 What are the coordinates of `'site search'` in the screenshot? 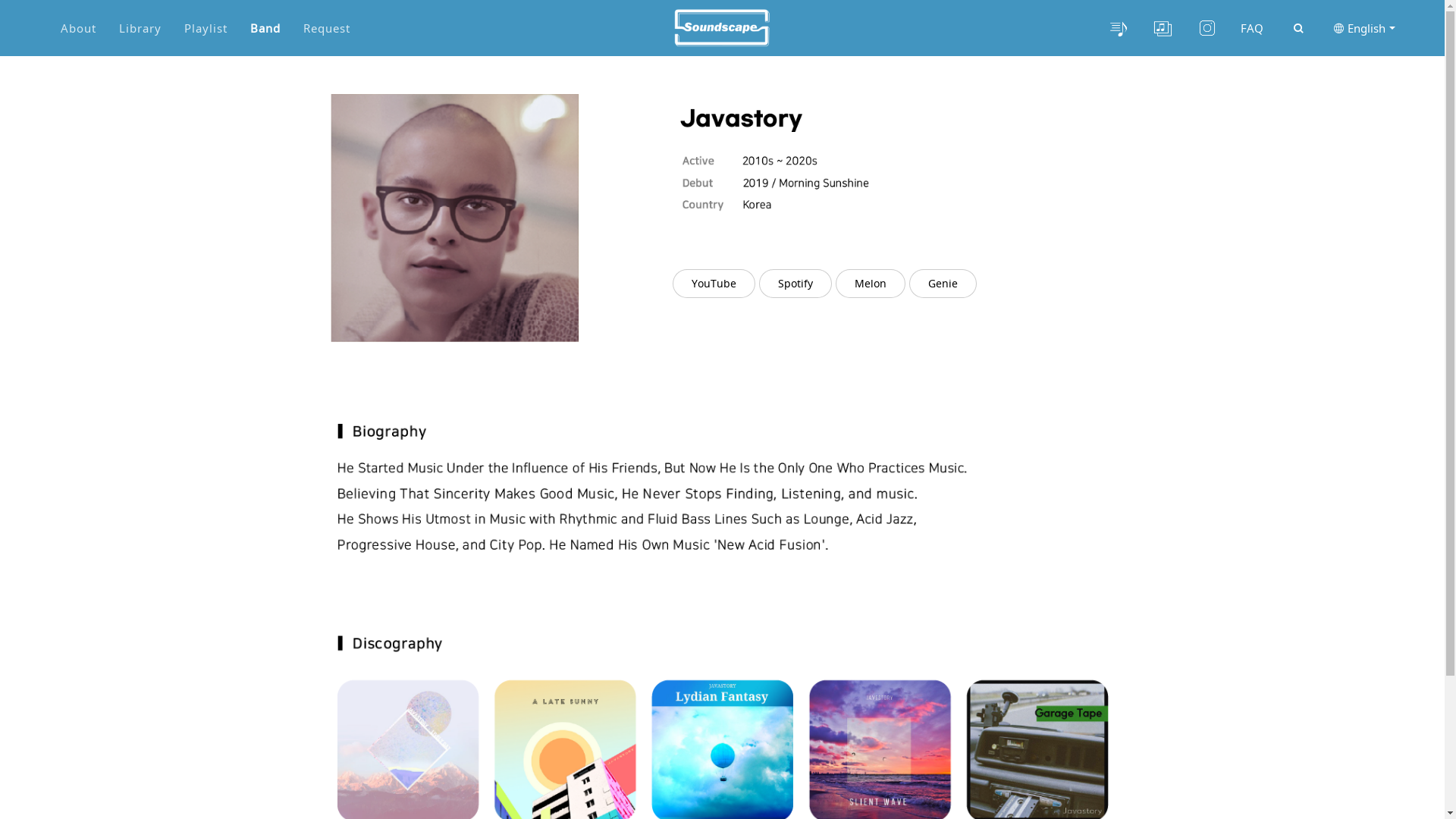 It's located at (1298, 28).